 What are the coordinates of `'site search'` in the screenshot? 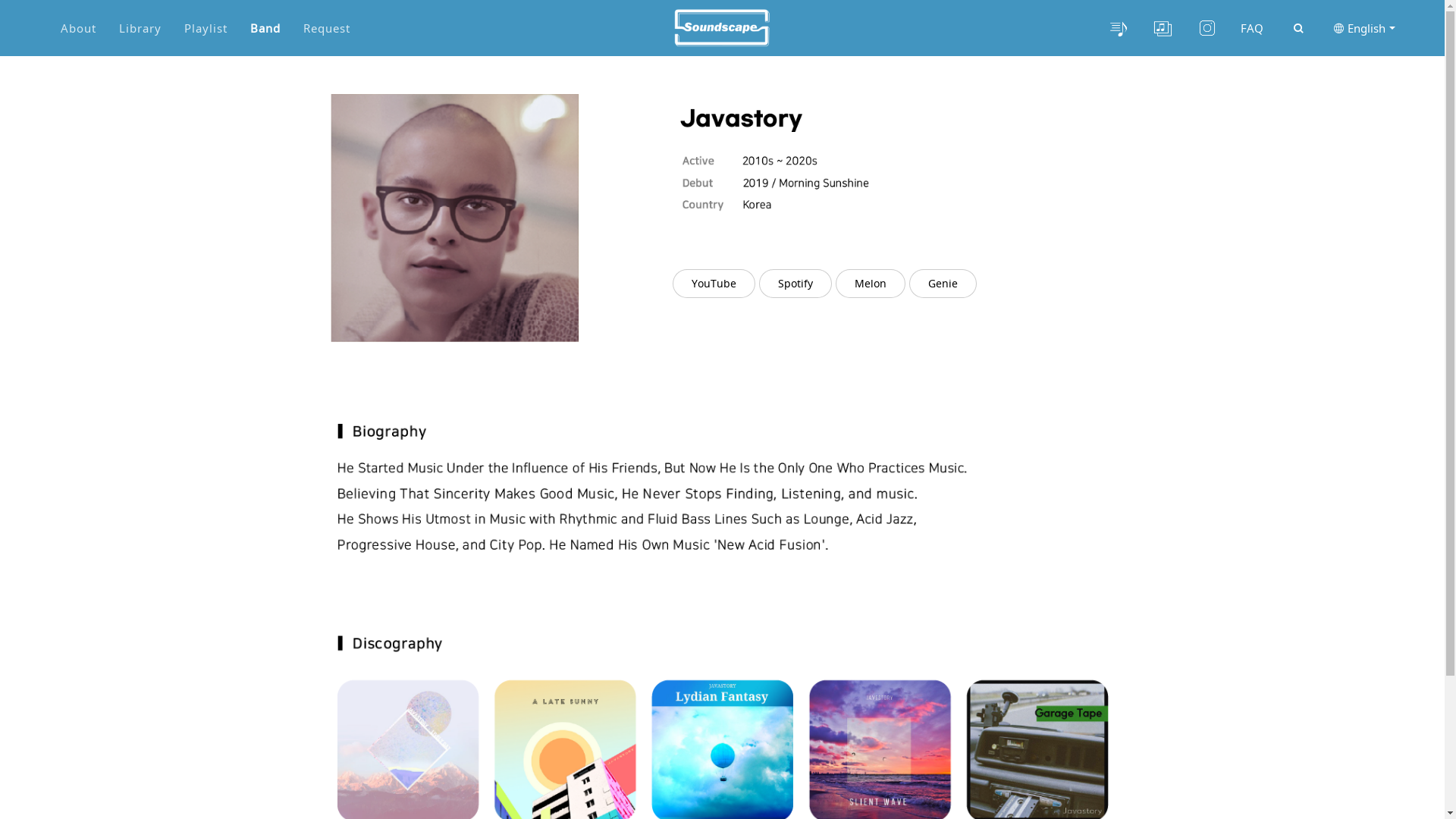 It's located at (1298, 28).